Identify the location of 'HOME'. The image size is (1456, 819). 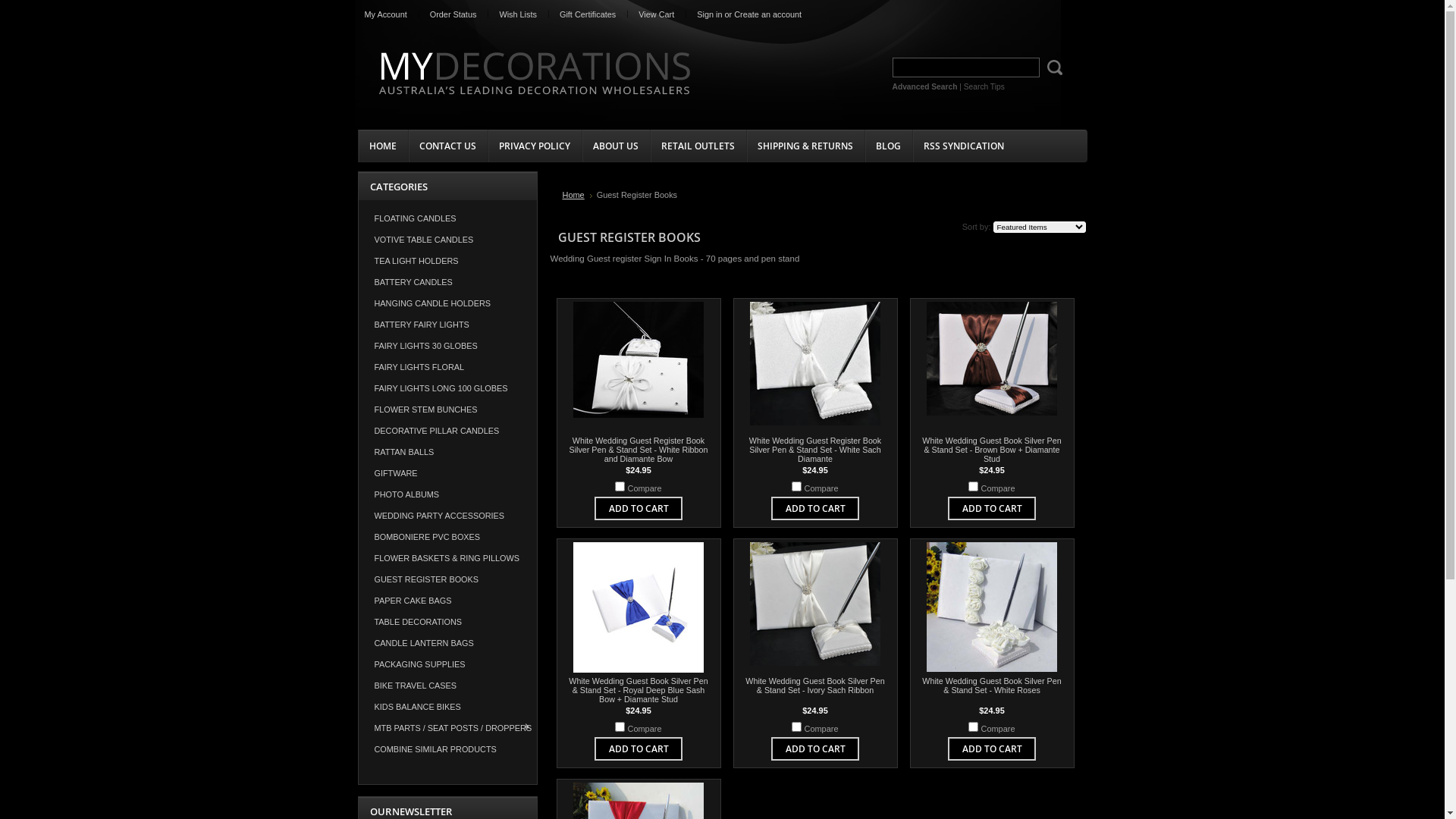
(382, 146).